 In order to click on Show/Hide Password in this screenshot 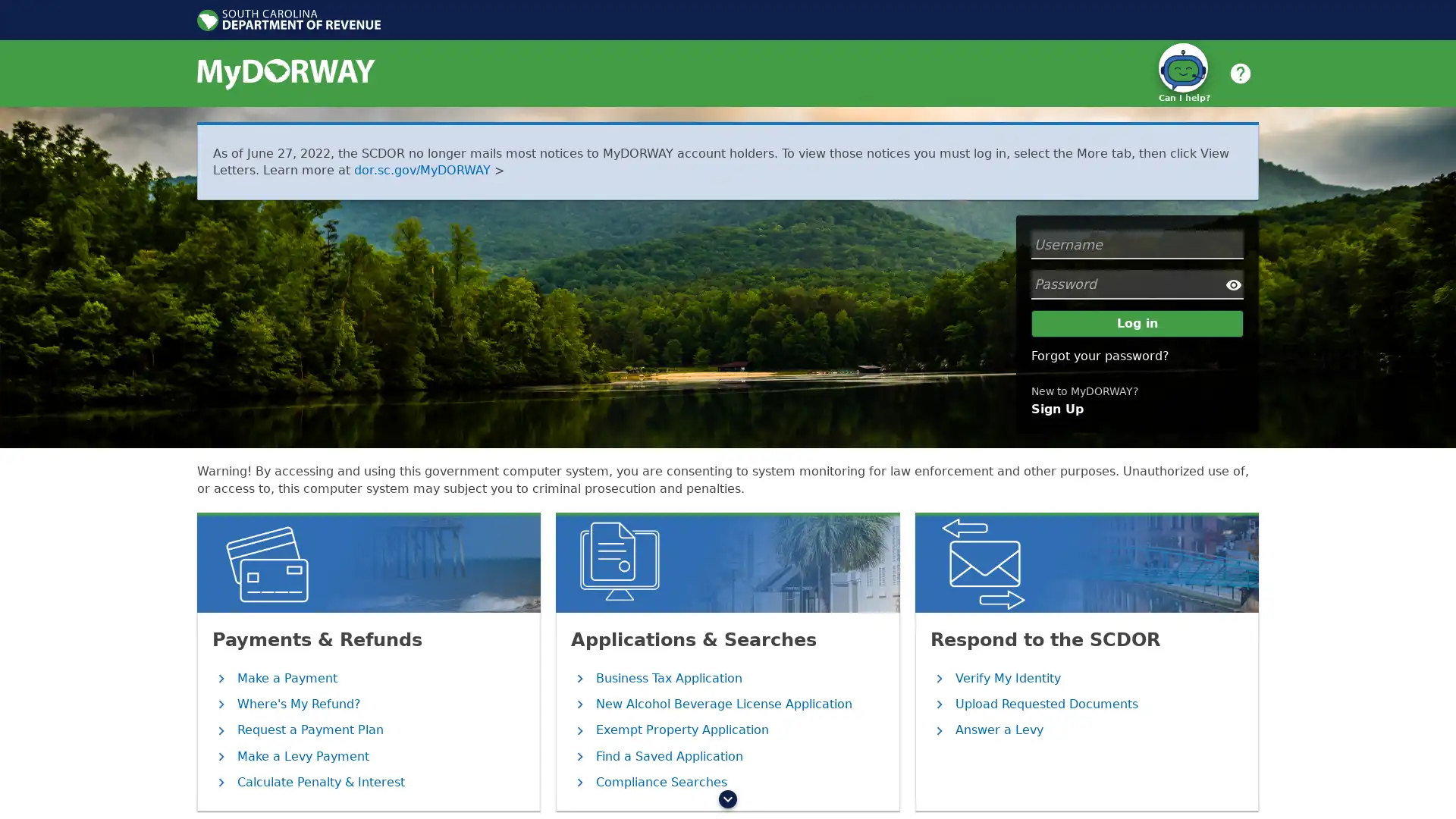, I will do `click(1234, 284)`.